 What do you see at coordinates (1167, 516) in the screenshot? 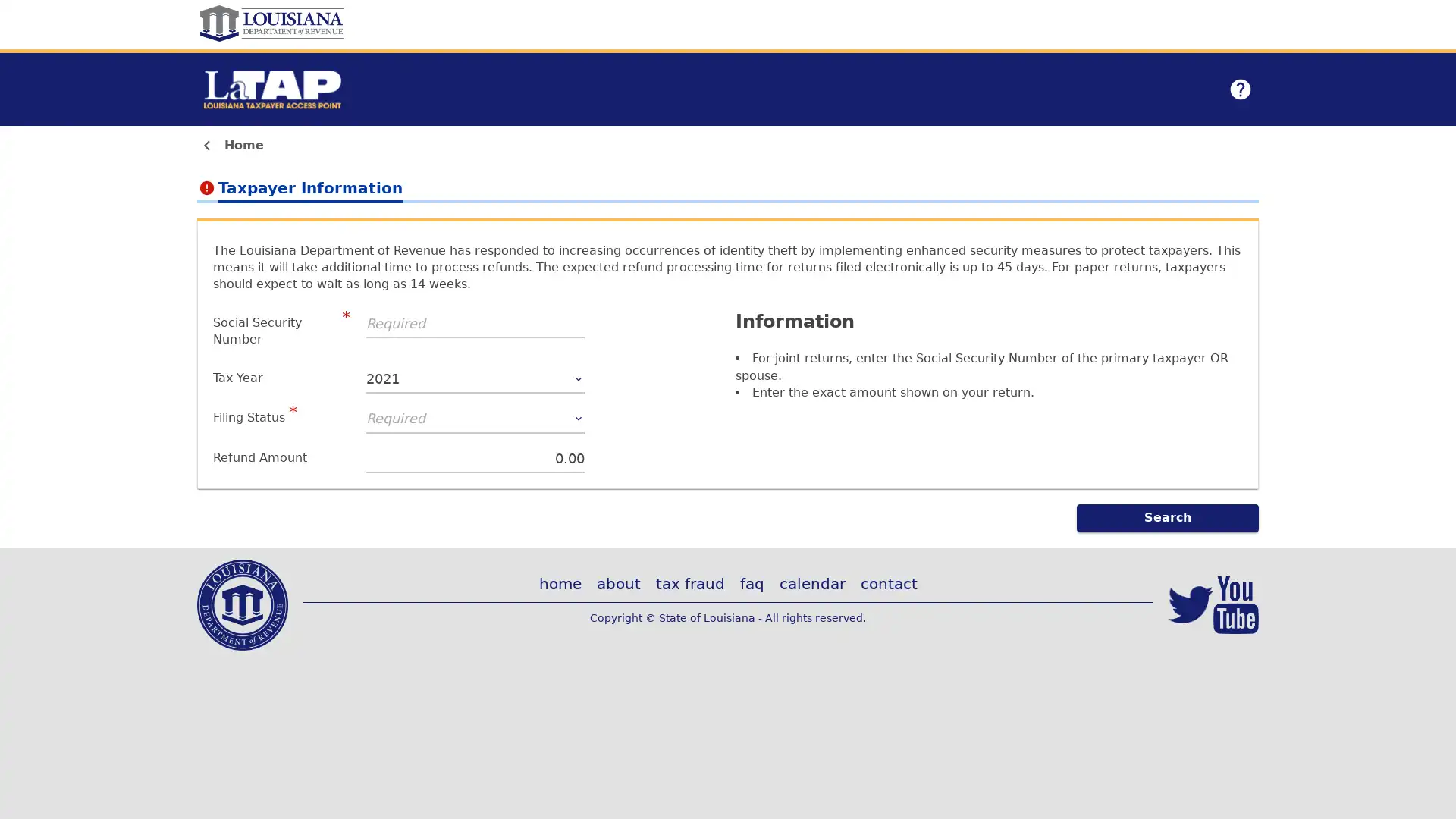
I see `Search` at bounding box center [1167, 516].